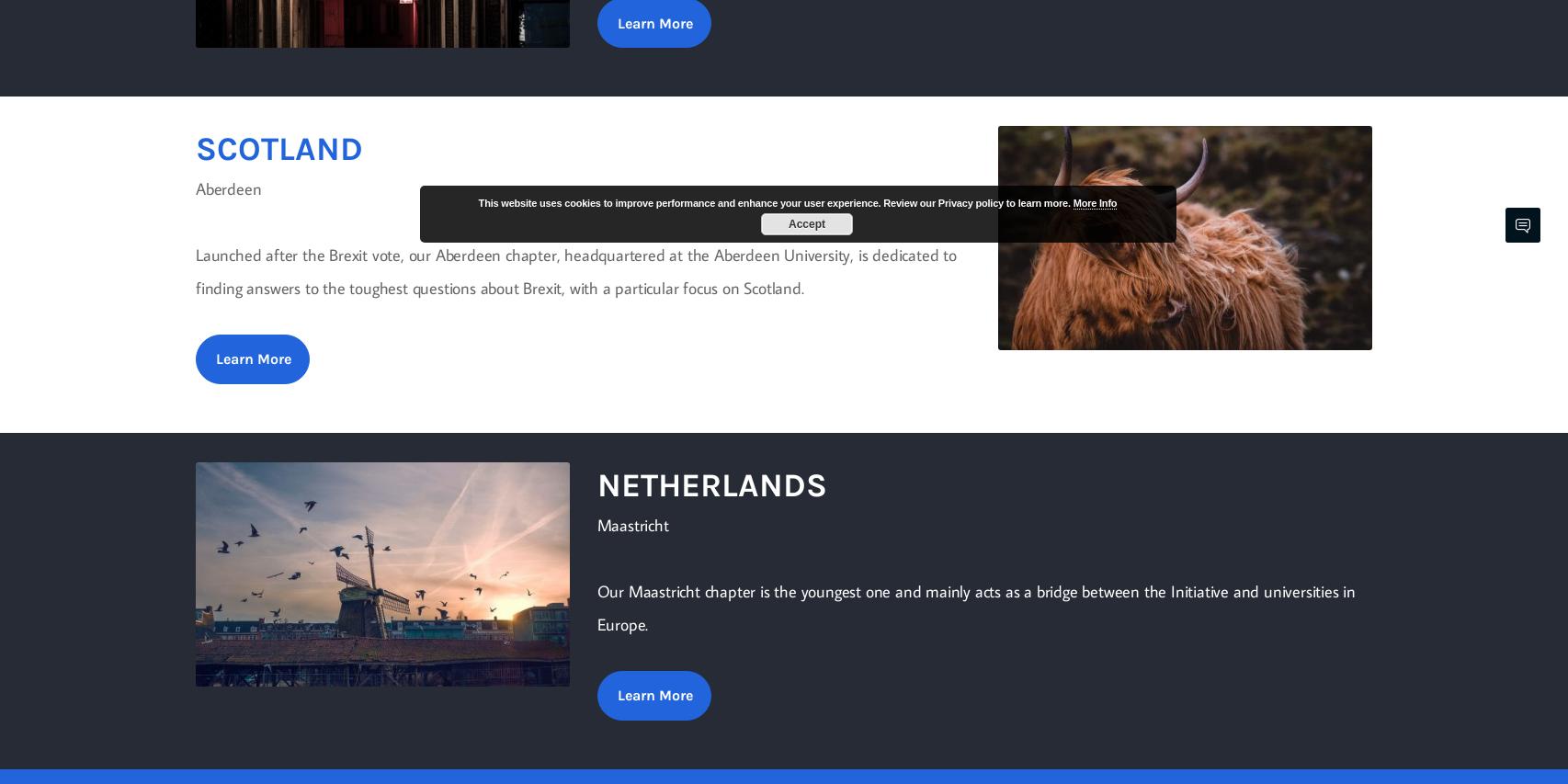 The image size is (1568, 784). I want to click on 'Maastricht', so click(631, 524).